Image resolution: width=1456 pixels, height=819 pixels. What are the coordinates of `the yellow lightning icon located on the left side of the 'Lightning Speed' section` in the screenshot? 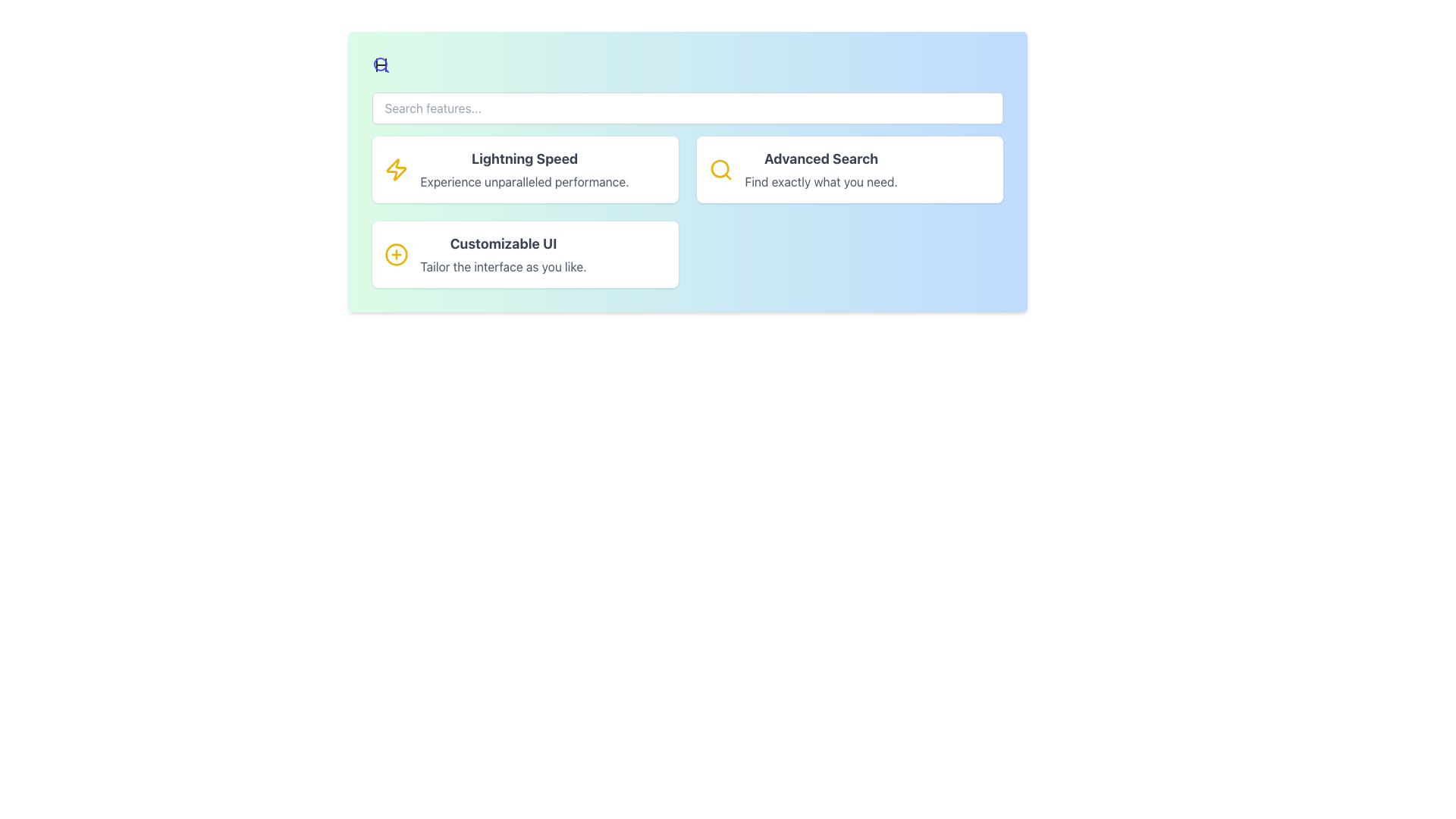 It's located at (396, 169).